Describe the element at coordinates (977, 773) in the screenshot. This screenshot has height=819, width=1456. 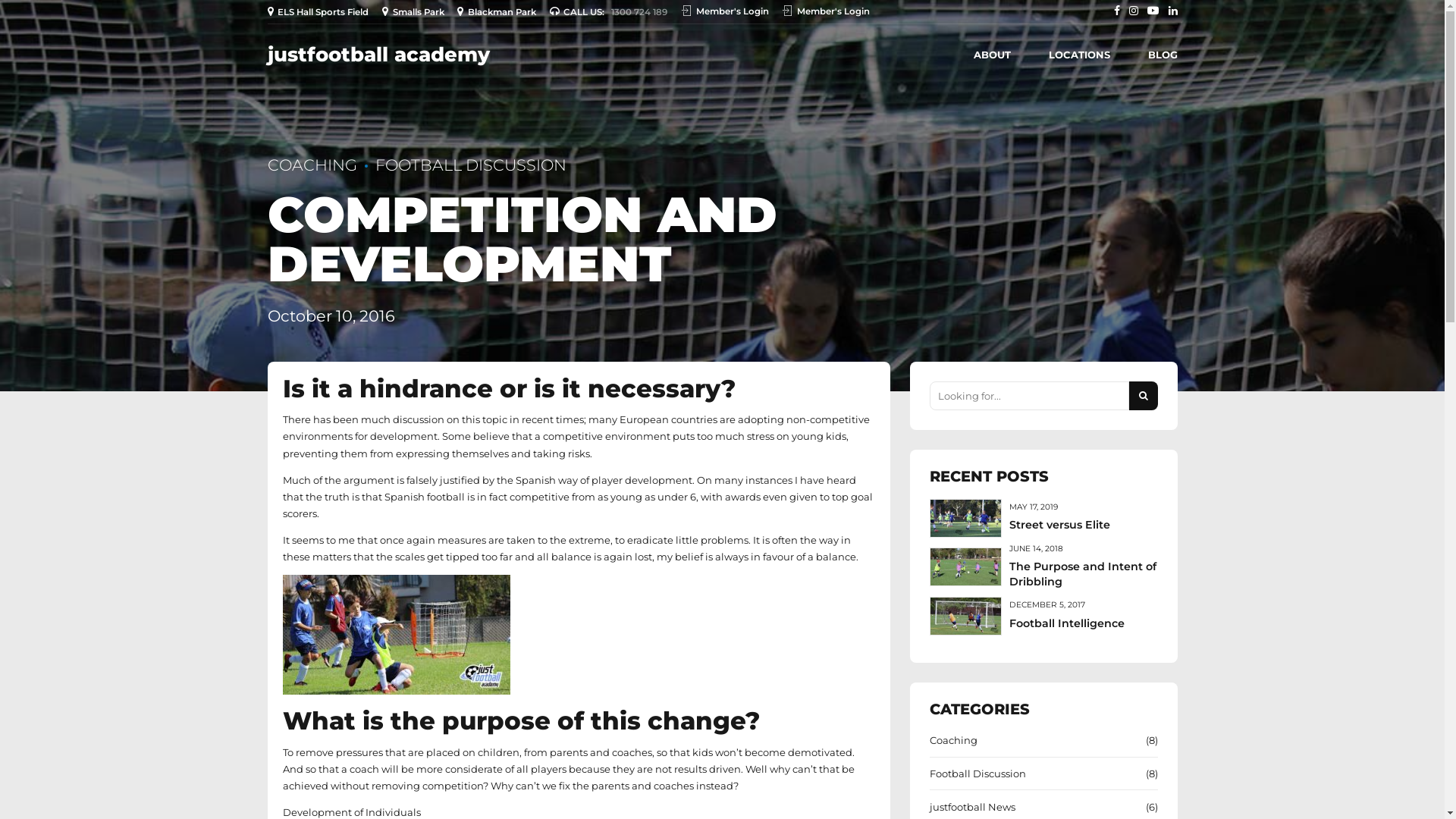
I see `'Football Discussion'` at that location.